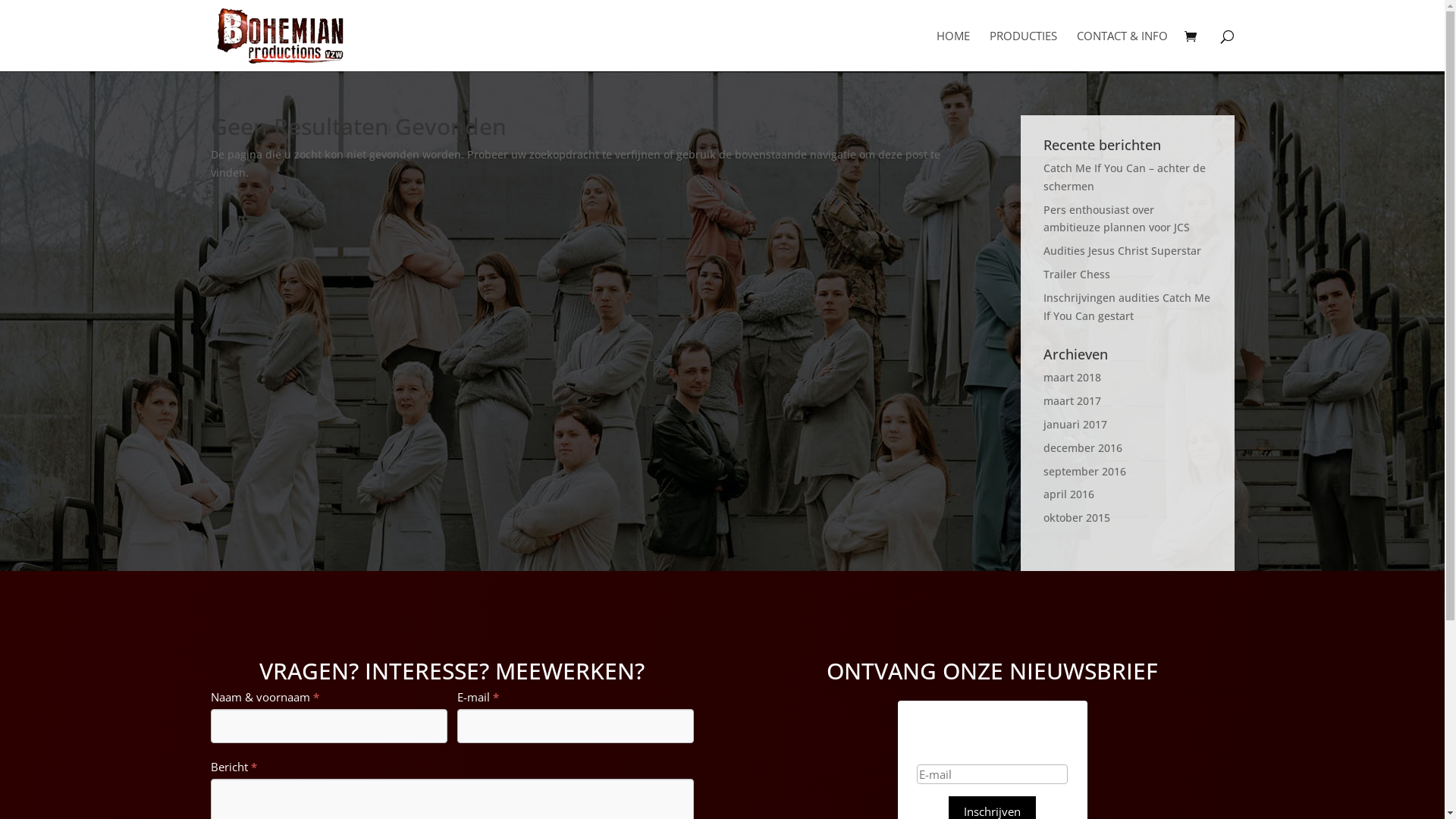 This screenshot has height=819, width=1456. What do you see at coordinates (1043, 470) in the screenshot?
I see `'september 2016'` at bounding box center [1043, 470].